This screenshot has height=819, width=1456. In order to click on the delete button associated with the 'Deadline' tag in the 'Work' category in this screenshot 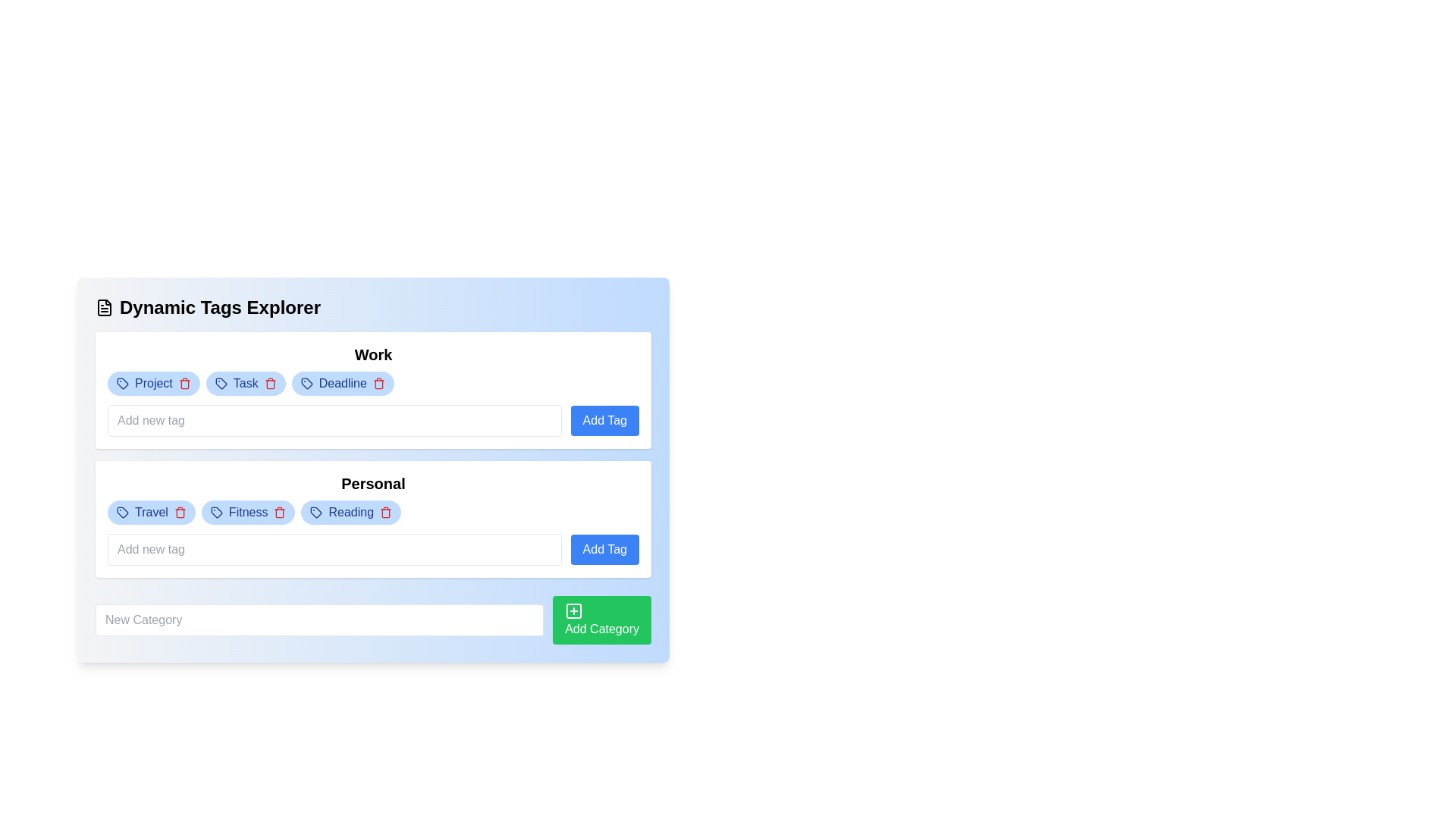, I will do `click(378, 382)`.